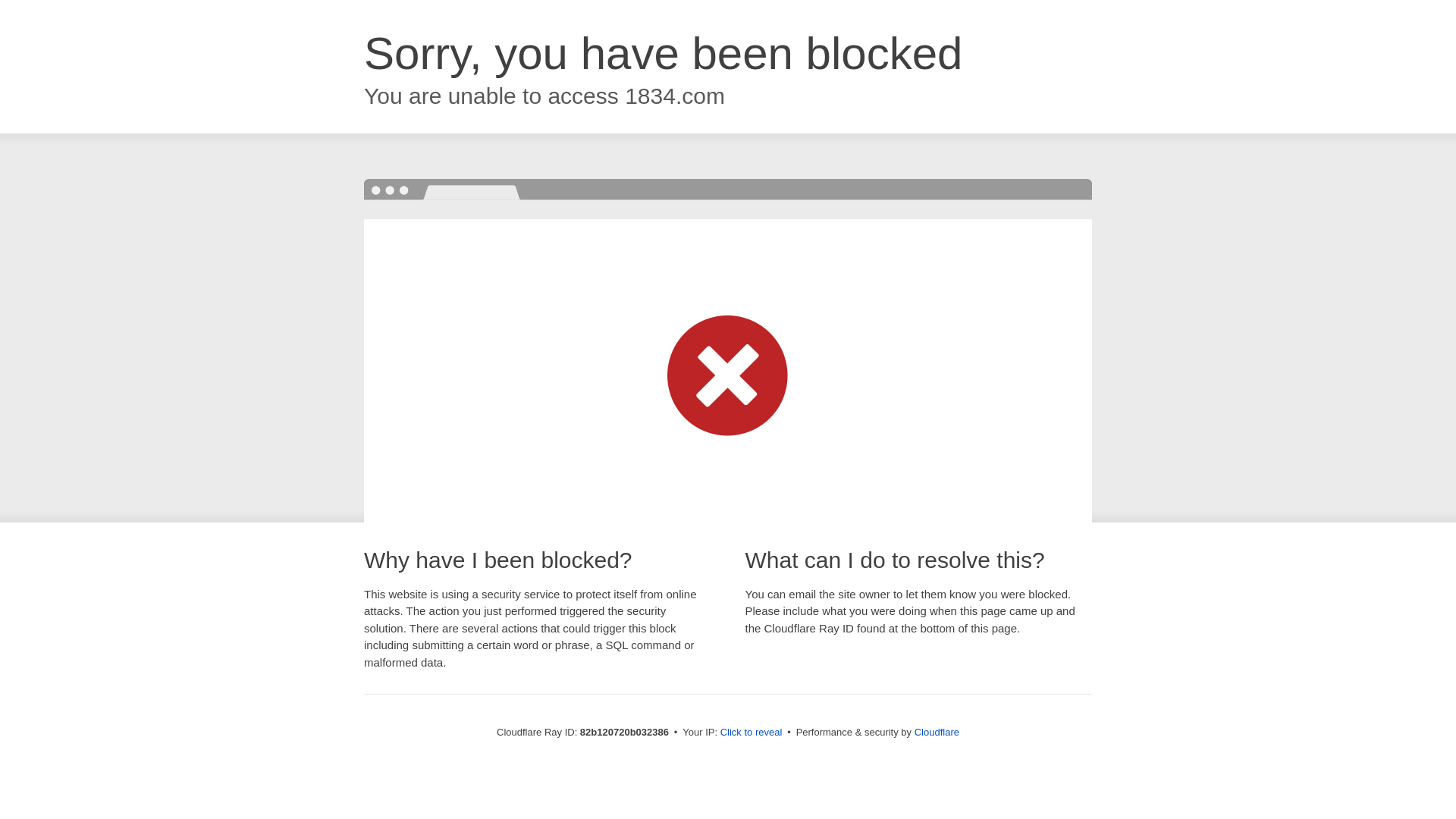 The width and height of the screenshot is (1456, 819). Describe the element at coordinates (720, 731) in the screenshot. I see `'Click to reveal'` at that location.